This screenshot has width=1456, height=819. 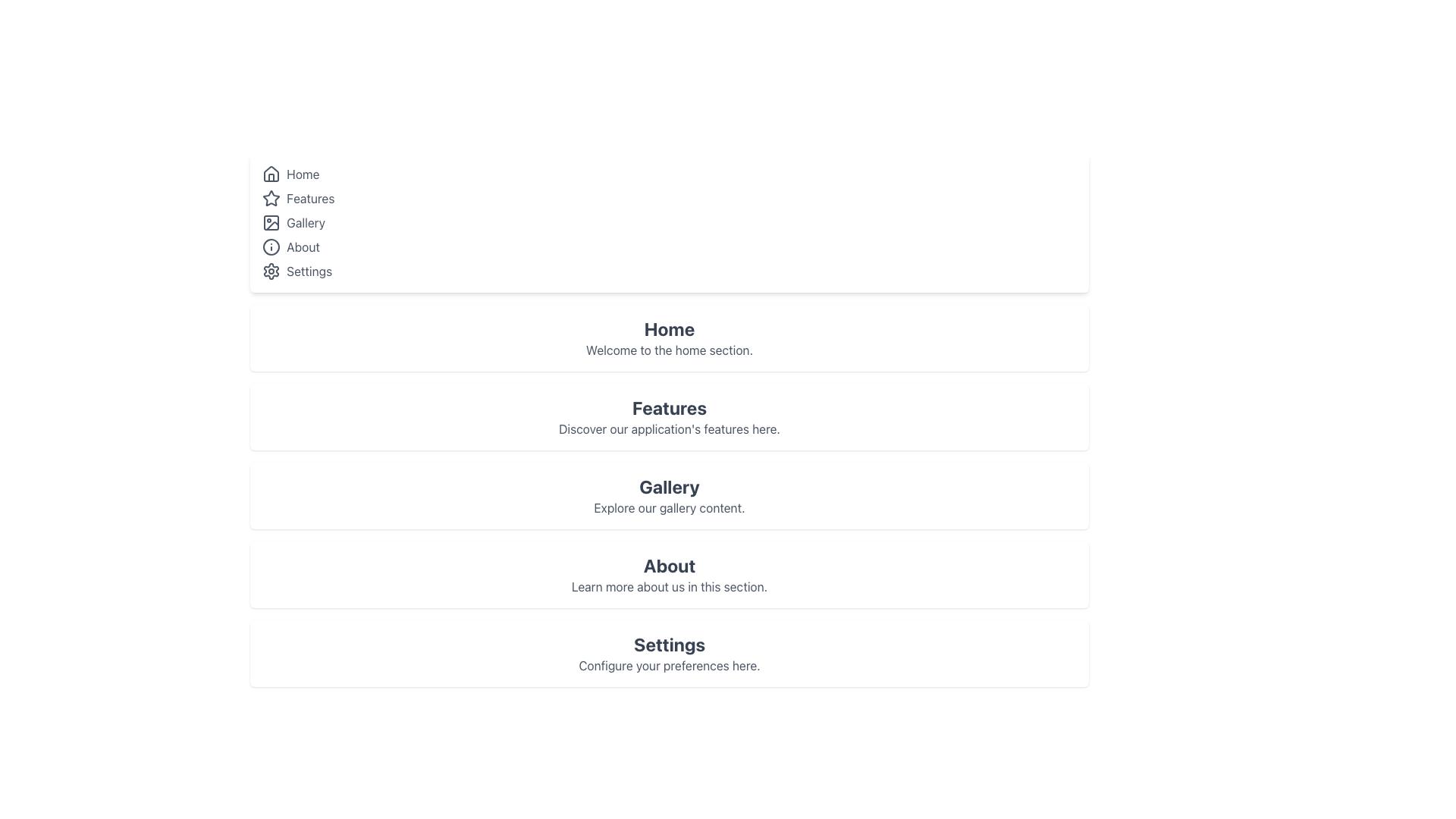 What do you see at coordinates (669, 486) in the screenshot?
I see `heading text element labeled 'Gallery' which is bold and larger in font size, located in the center panel above the supporting text 'Explore our gallery content.'` at bounding box center [669, 486].